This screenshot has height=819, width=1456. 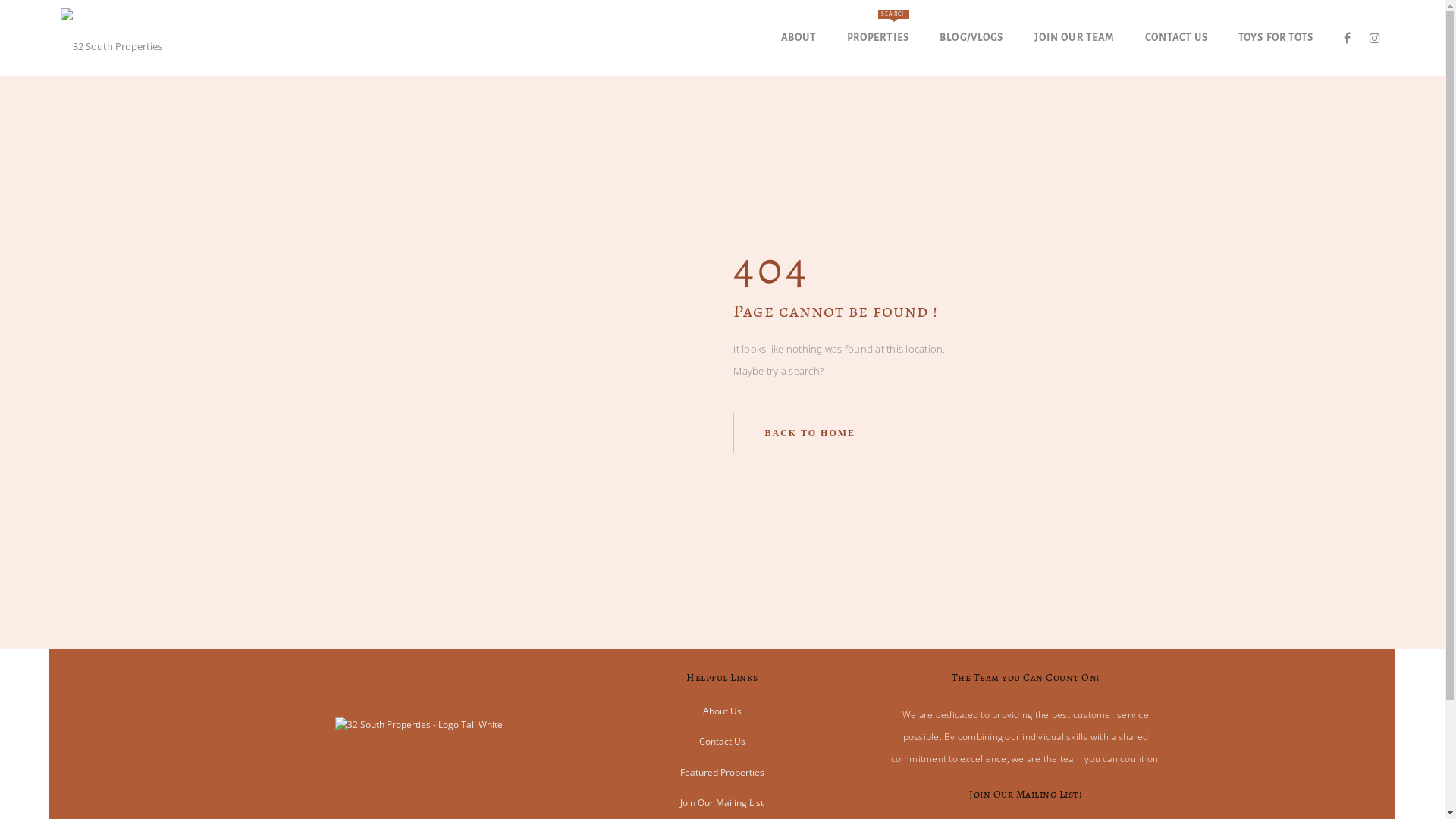 I want to click on 'Contact Us', so click(x=721, y=740).